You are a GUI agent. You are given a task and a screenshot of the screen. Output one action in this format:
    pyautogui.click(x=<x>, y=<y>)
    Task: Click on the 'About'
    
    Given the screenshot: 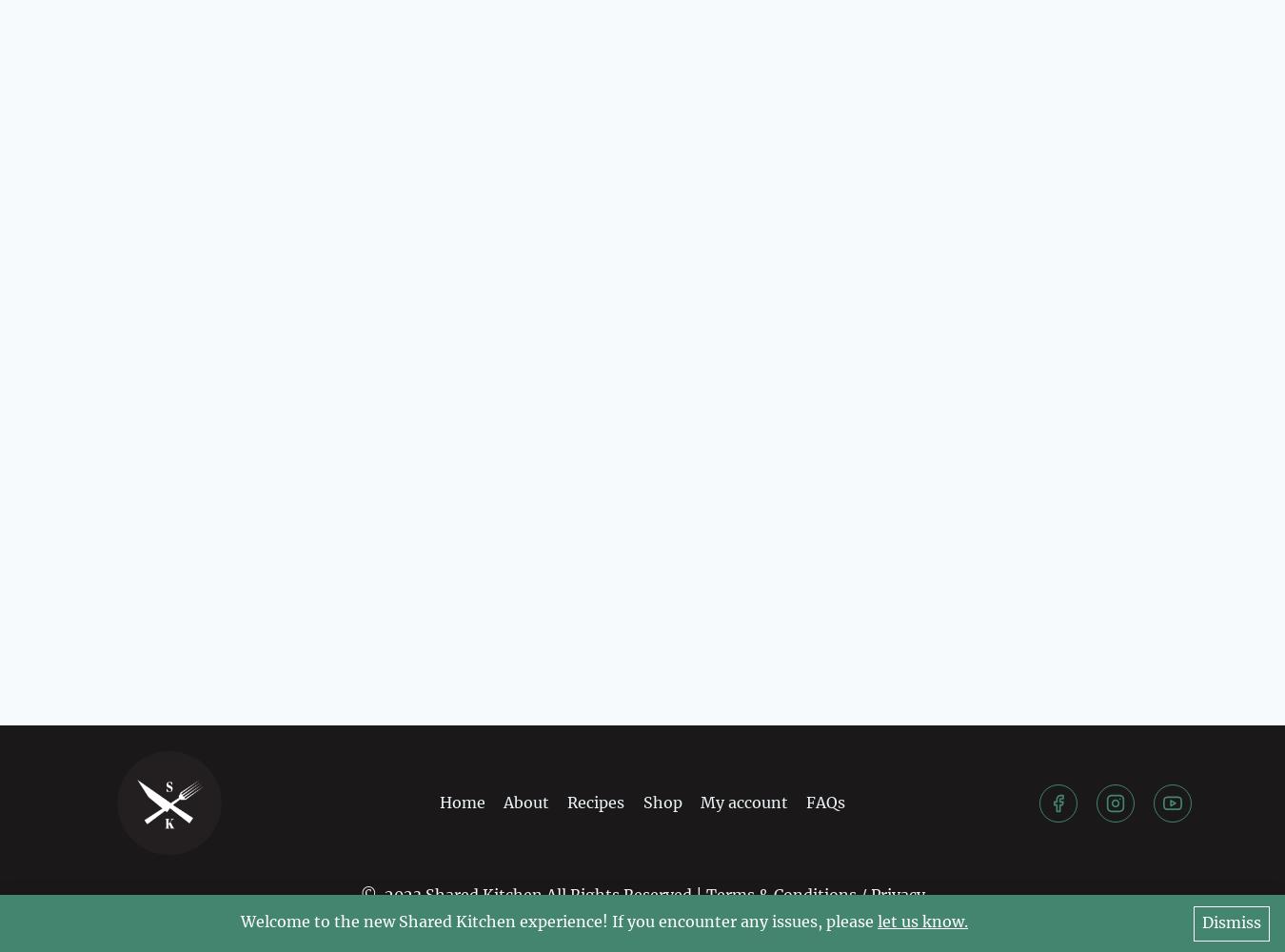 What is the action you would take?
    pyautogui.click(x=524, y=801)
    